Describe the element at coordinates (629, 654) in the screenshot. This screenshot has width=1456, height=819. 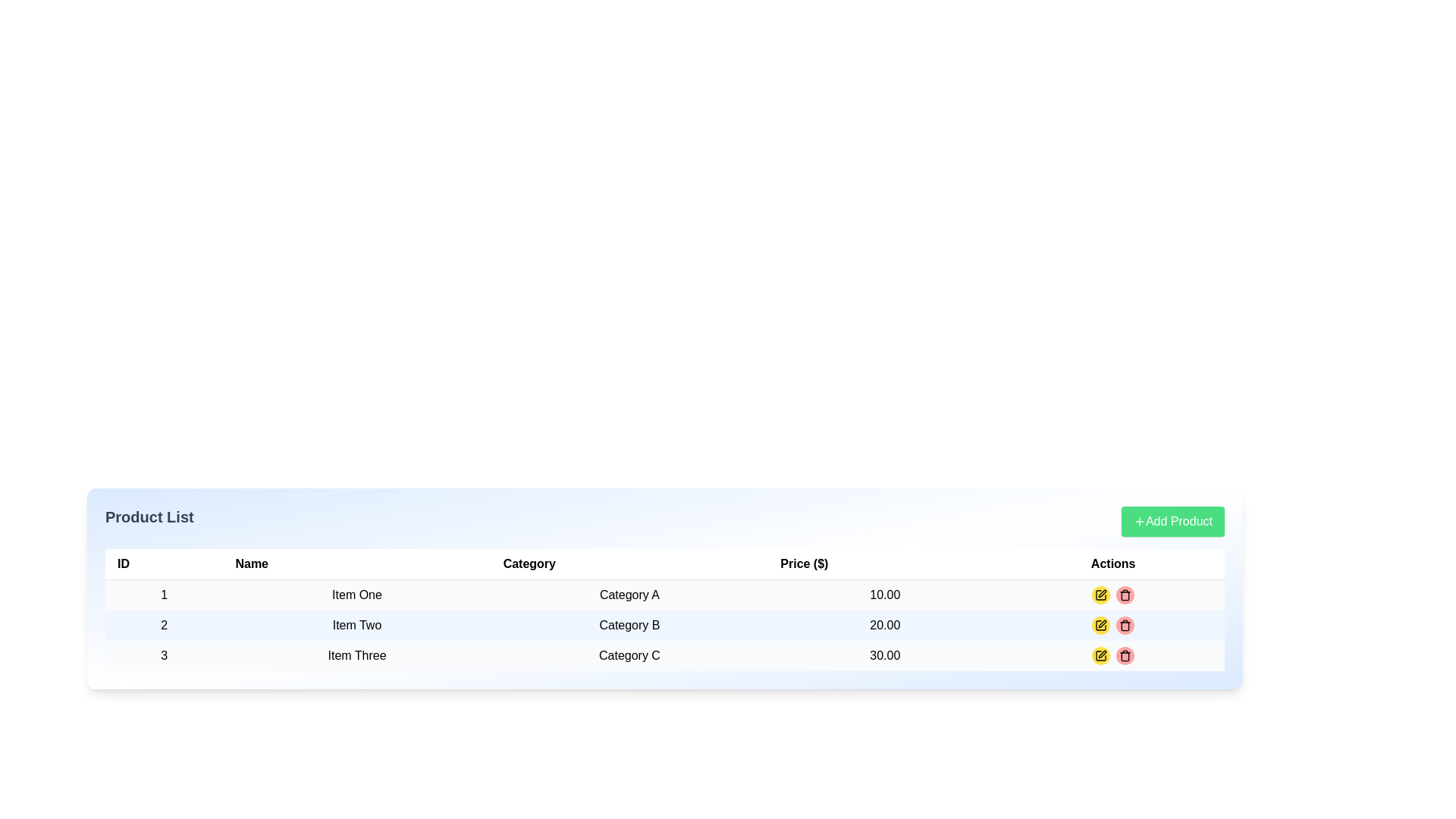
I see `the text label reading 'Category C'` at that location.